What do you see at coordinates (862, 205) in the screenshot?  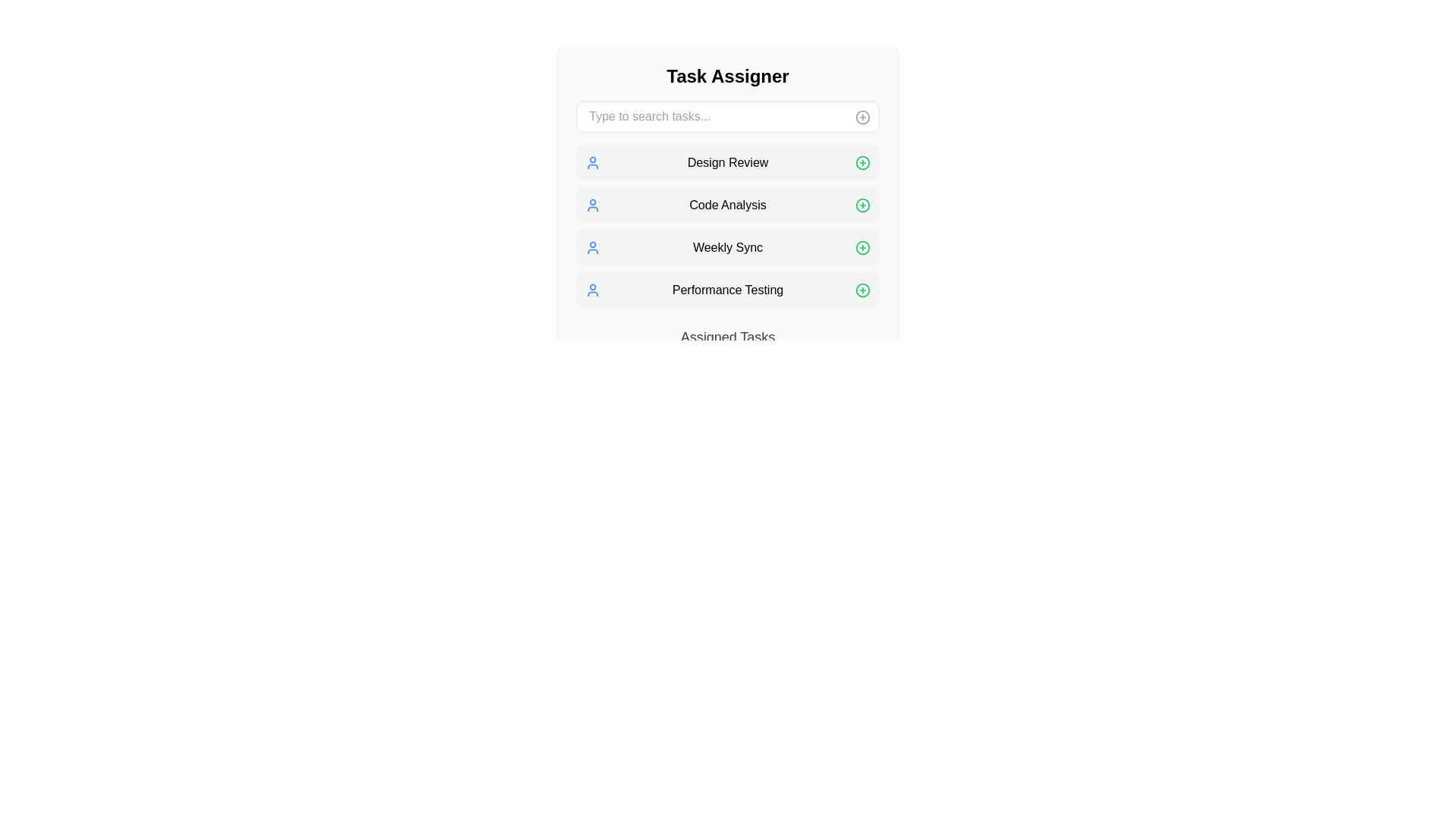 I see `the circular graphical element that is part of the interactive '+' icon associated with the 'Code Analysis' task in the task management interface` at bounding box center [862, 205].